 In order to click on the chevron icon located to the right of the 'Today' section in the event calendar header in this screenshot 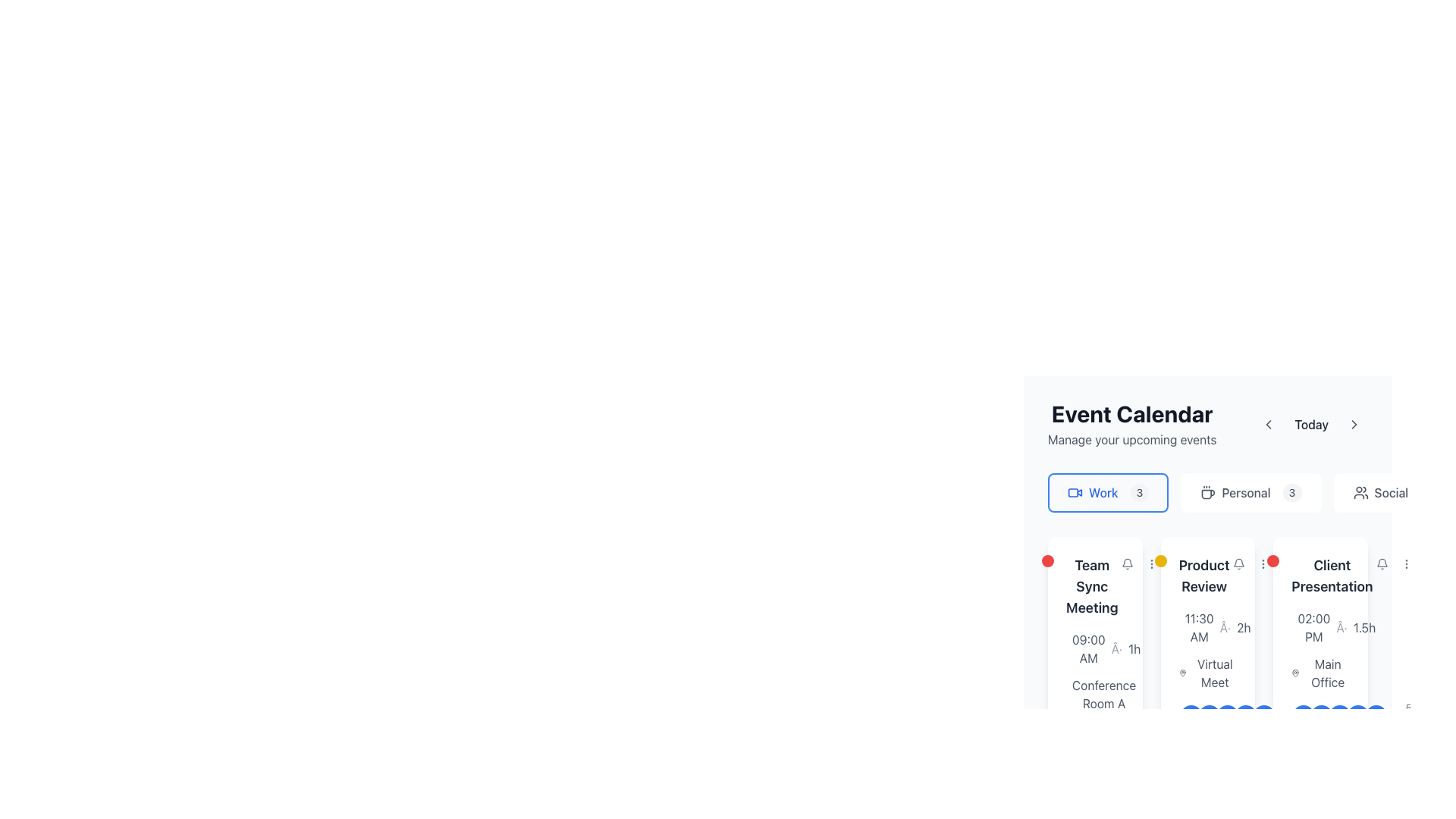, I will do `click(1354, 424)`.